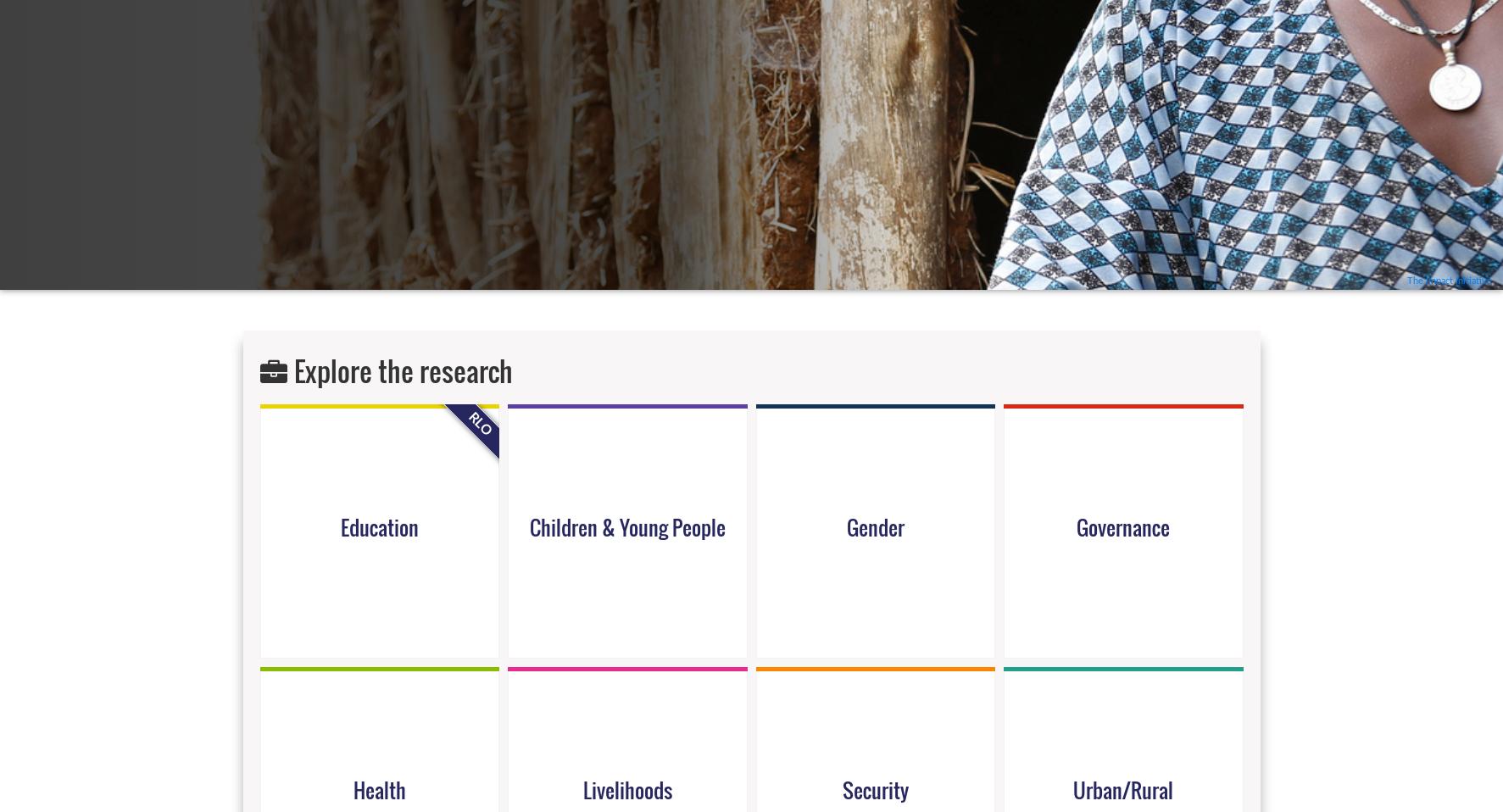  I want to click on 'Gender', so click(874, 526).